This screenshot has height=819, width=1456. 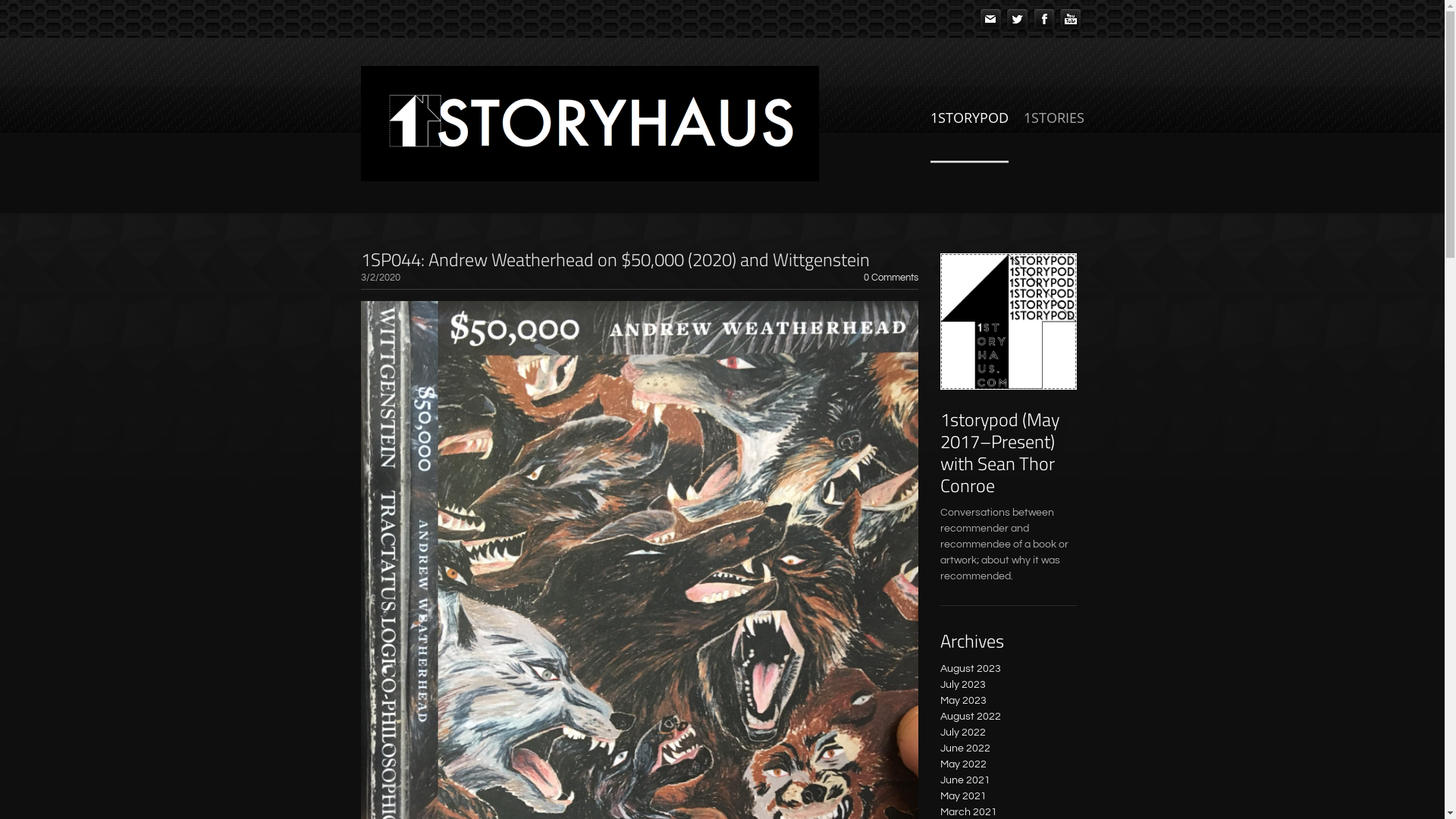 What do you see at coordinates (962, 764) in the screenshot?
I see `'May 2022'` at bounding box center [962, 764].